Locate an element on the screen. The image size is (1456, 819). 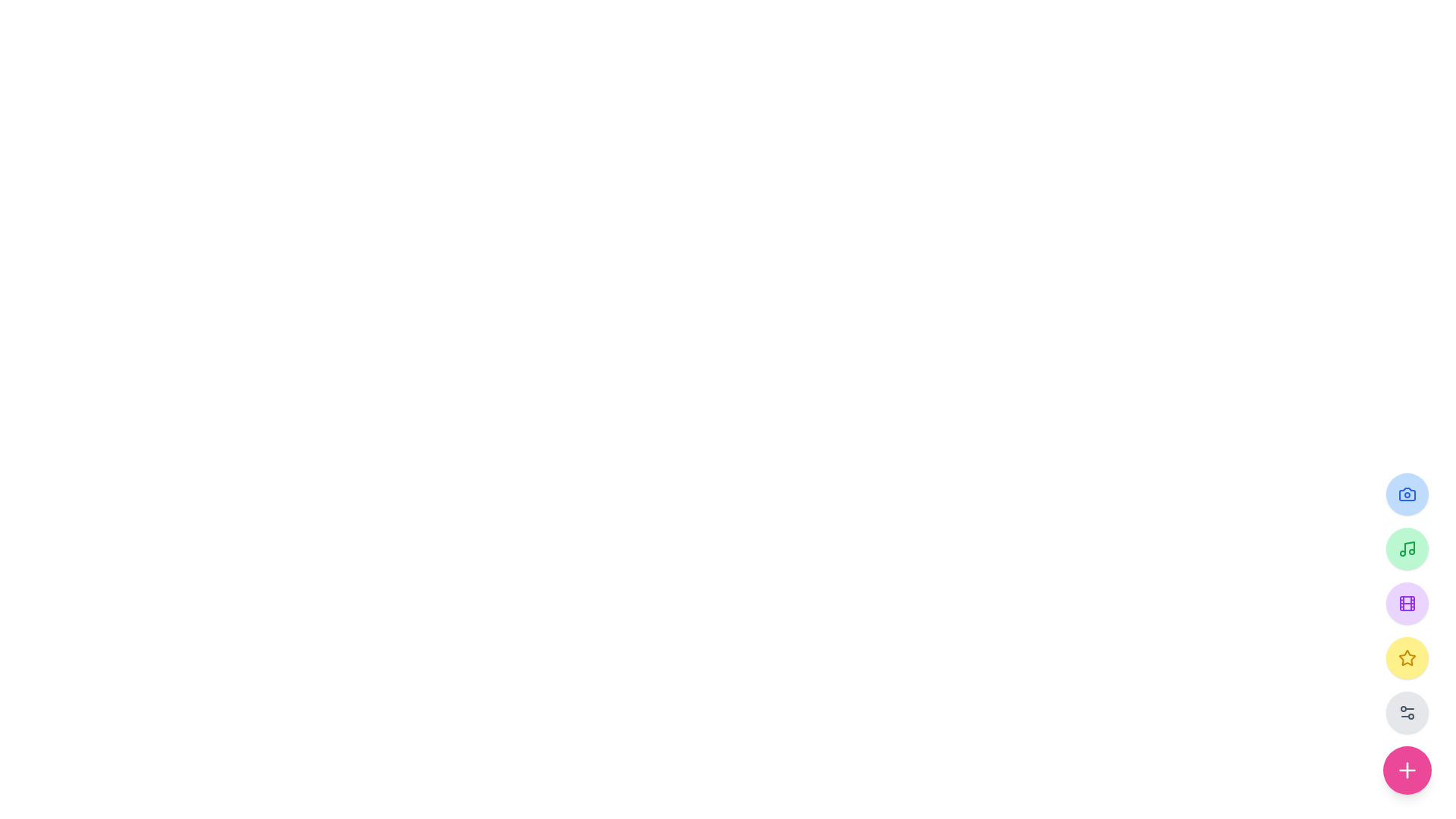
the circular button with a purple background and a film strip icon, which is the third button in the vertical menu is located at coordinates (1407, 602).